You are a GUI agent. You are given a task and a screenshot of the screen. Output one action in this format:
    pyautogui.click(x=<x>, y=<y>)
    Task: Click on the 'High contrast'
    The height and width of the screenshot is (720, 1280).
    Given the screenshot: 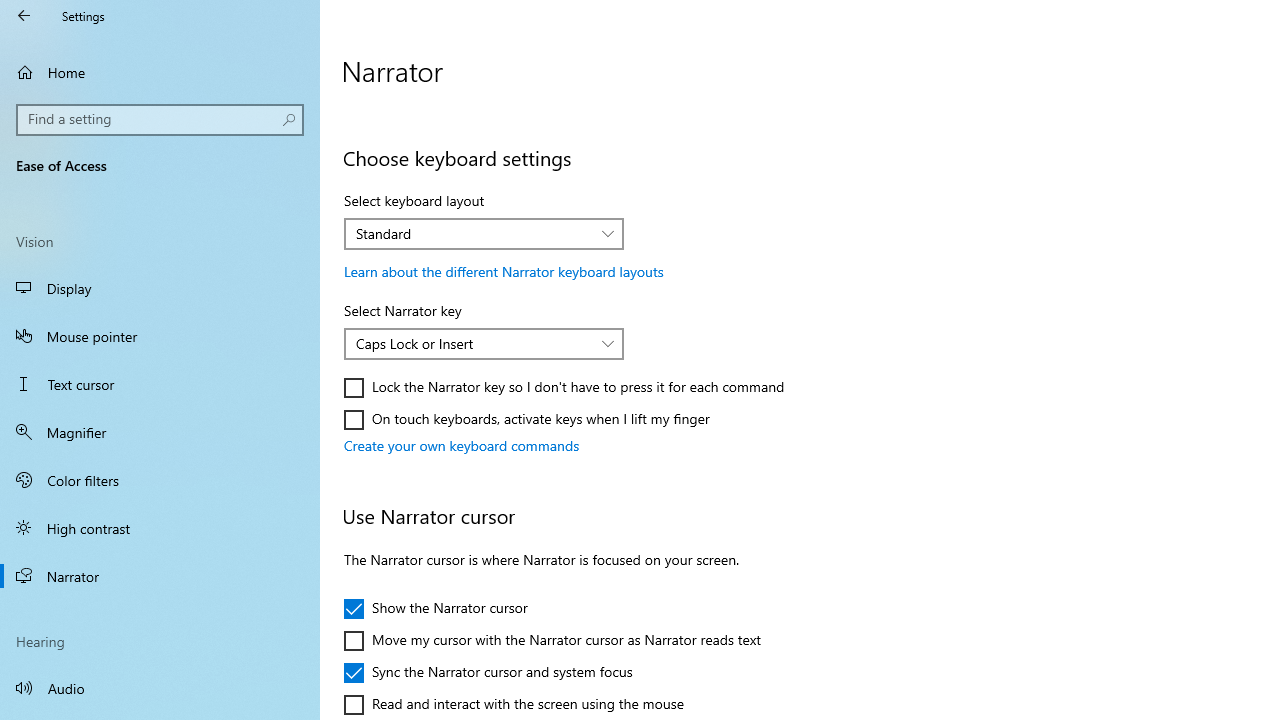 What is the action you would take?
    pyautogui.click(x=160, y=527)
    